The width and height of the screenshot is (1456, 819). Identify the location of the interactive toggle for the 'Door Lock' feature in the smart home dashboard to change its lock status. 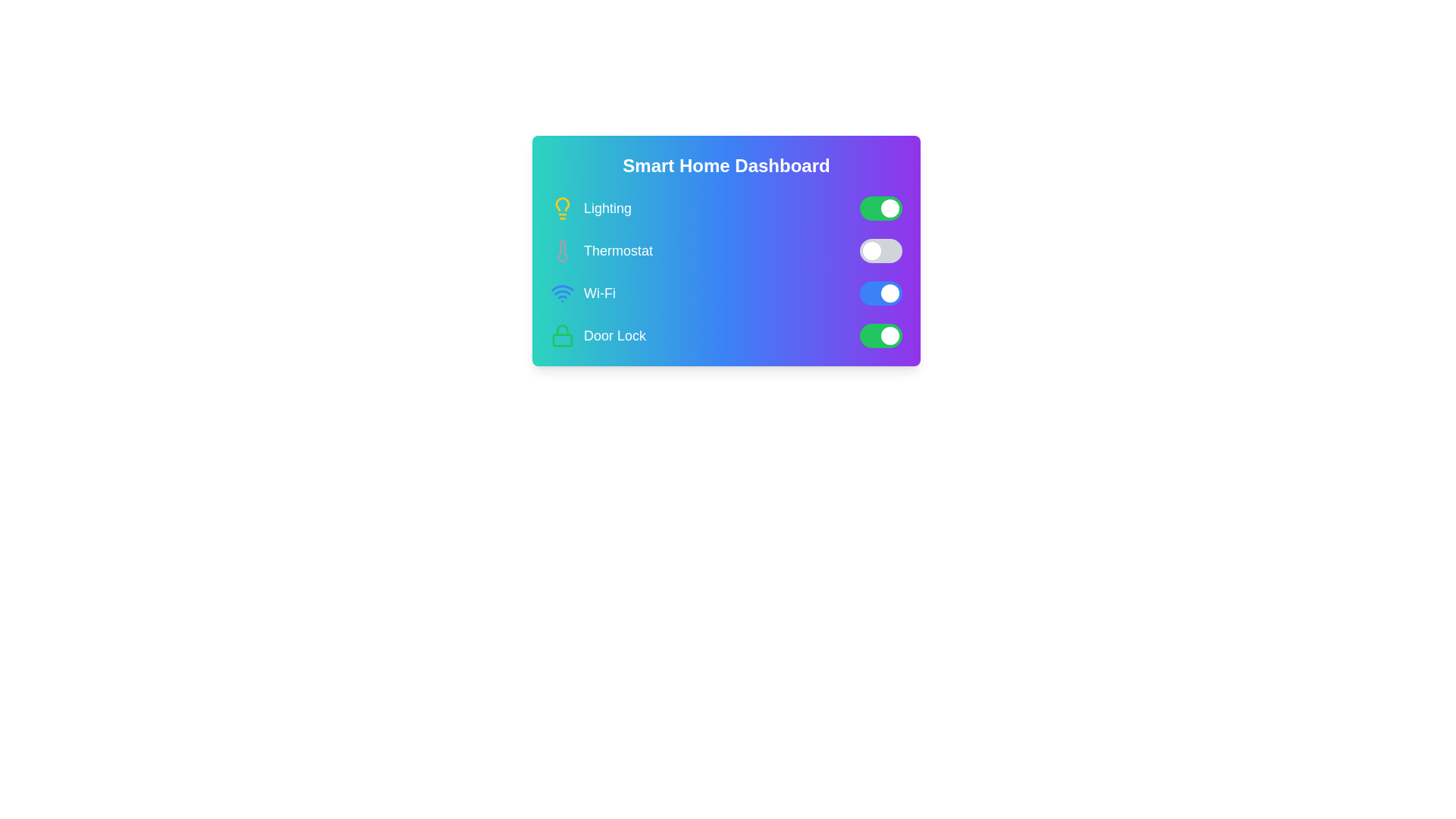
(726, 335).